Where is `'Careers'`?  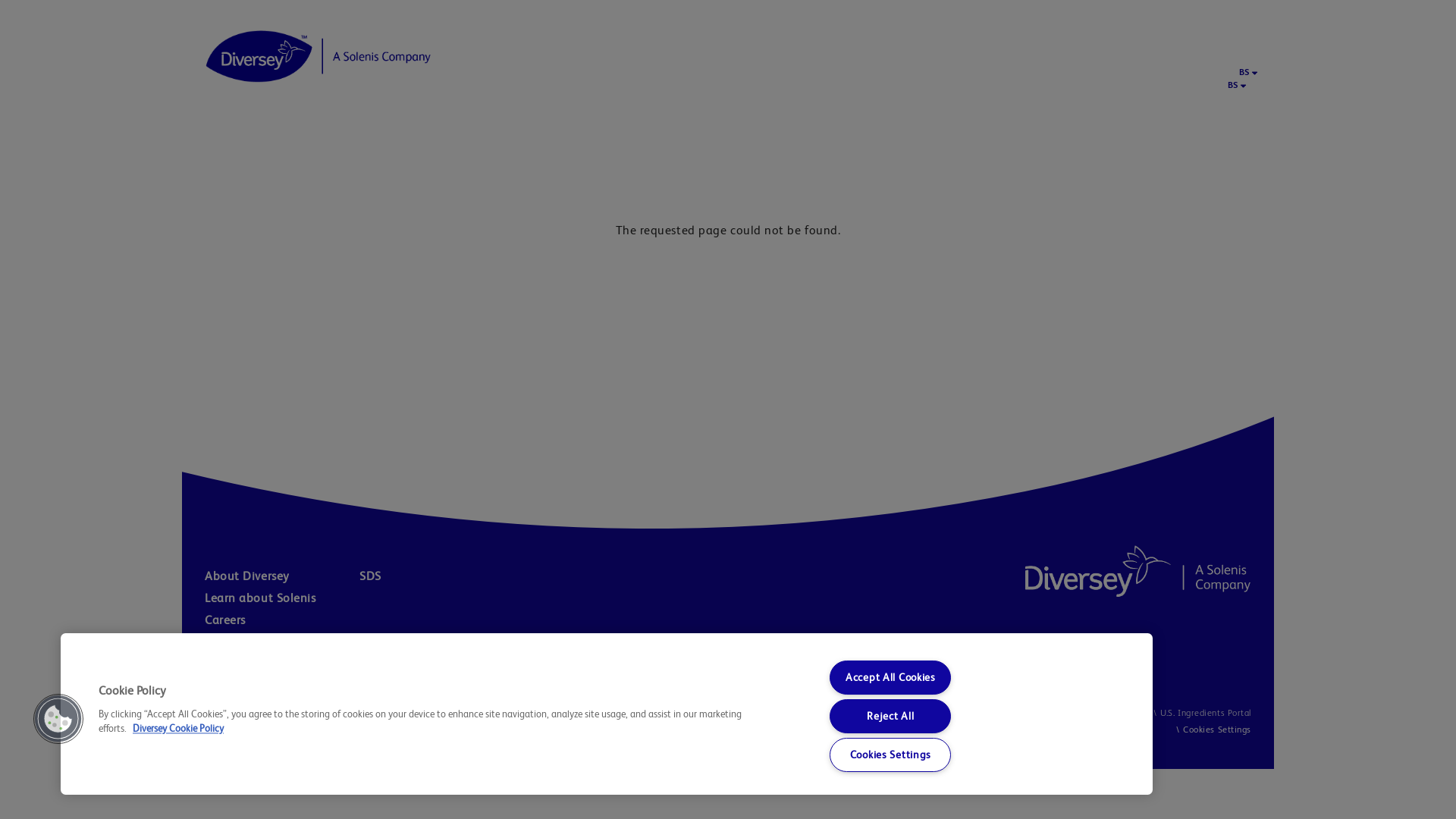
'Careers' is located at coordinates (203, 620).